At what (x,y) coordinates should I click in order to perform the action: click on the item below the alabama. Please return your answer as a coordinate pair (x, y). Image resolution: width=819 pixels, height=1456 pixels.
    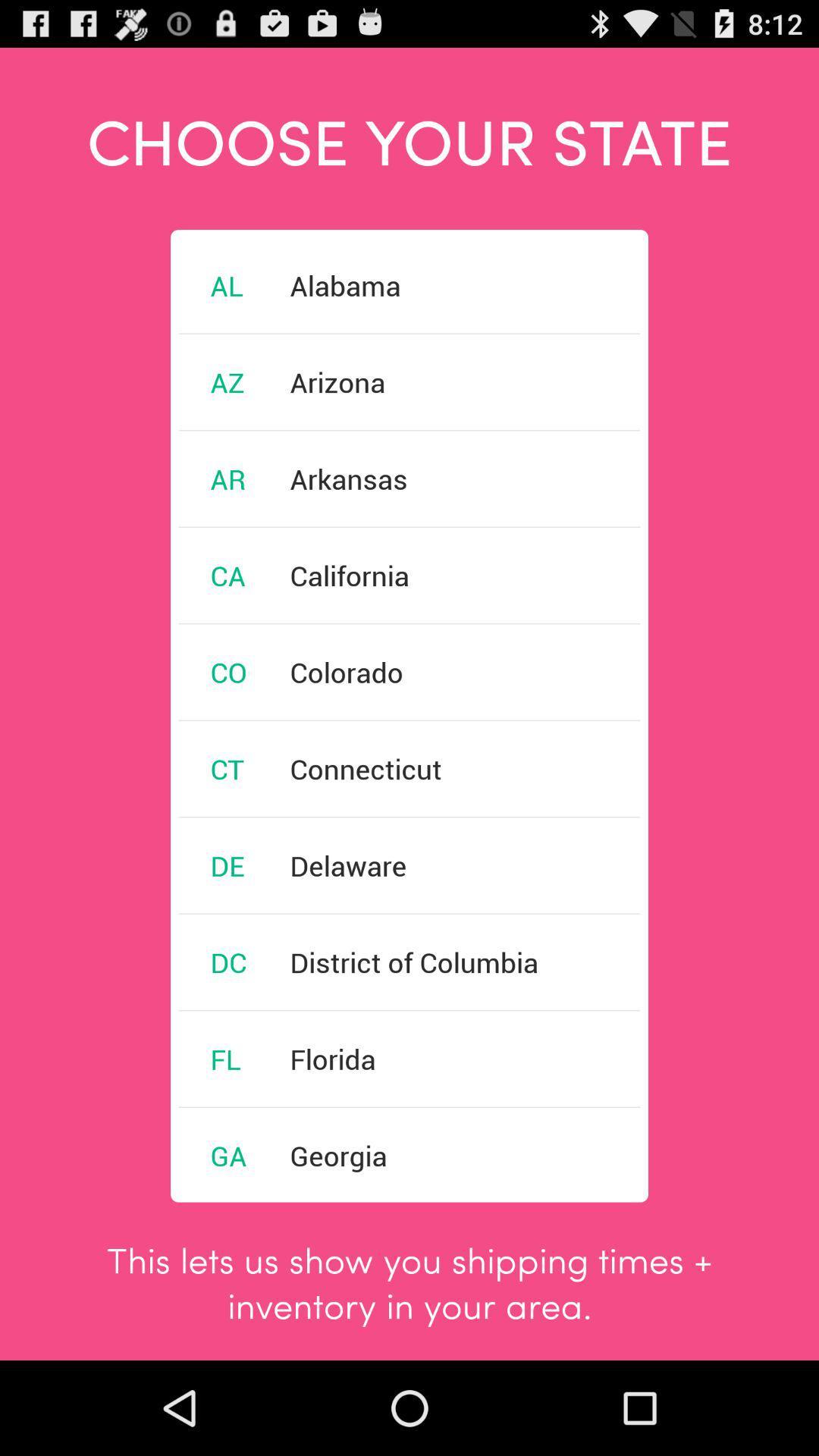
    Looking at the image, I should click on (337, 382).